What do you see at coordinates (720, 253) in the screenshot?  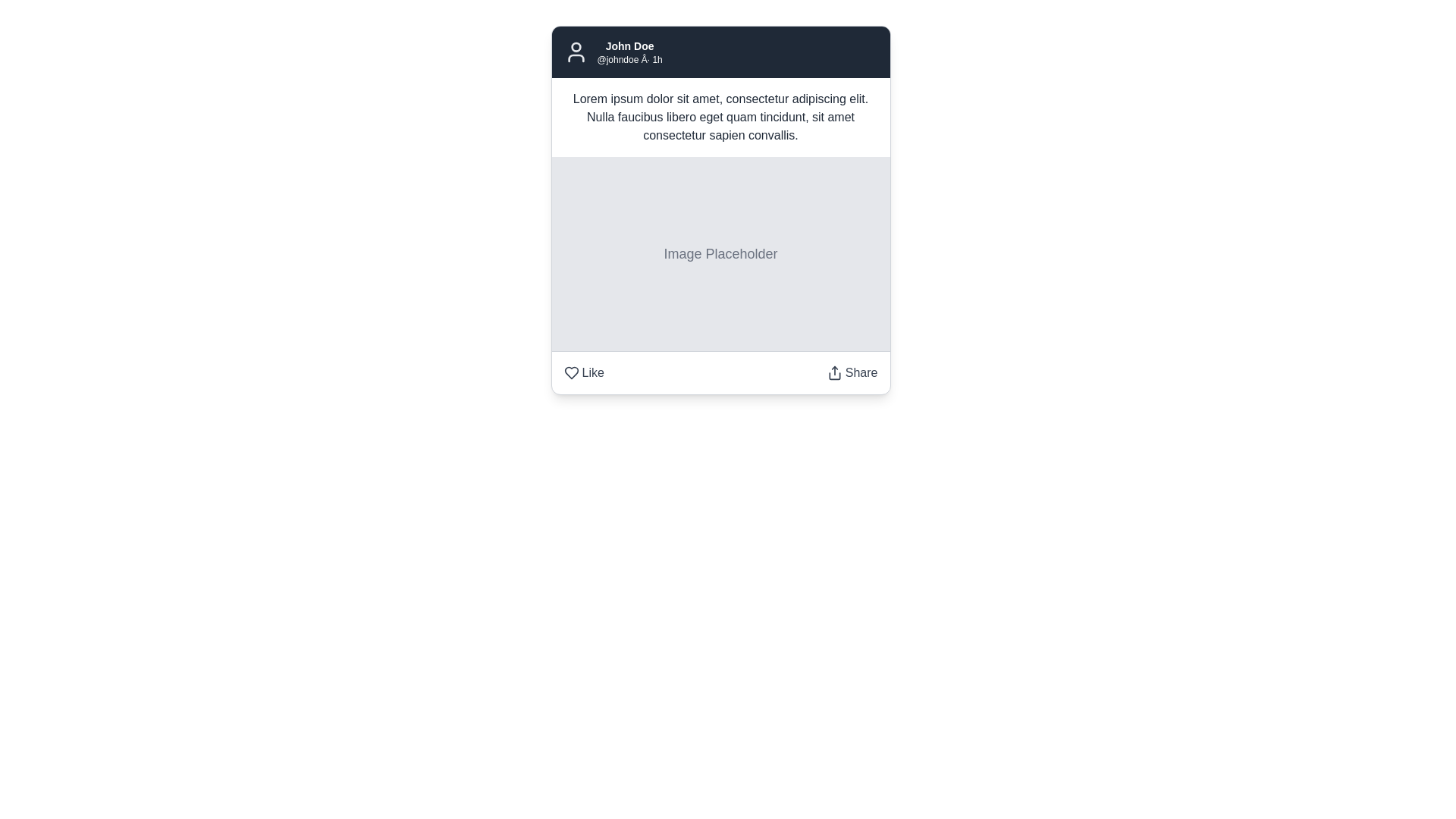 I see `the 'Image Placeholder' element, which is a rectangular area with a light gray background and centered text reading 'Image Placeholder', located centrally in the lower half of the card` at bounding box center [720, 253].